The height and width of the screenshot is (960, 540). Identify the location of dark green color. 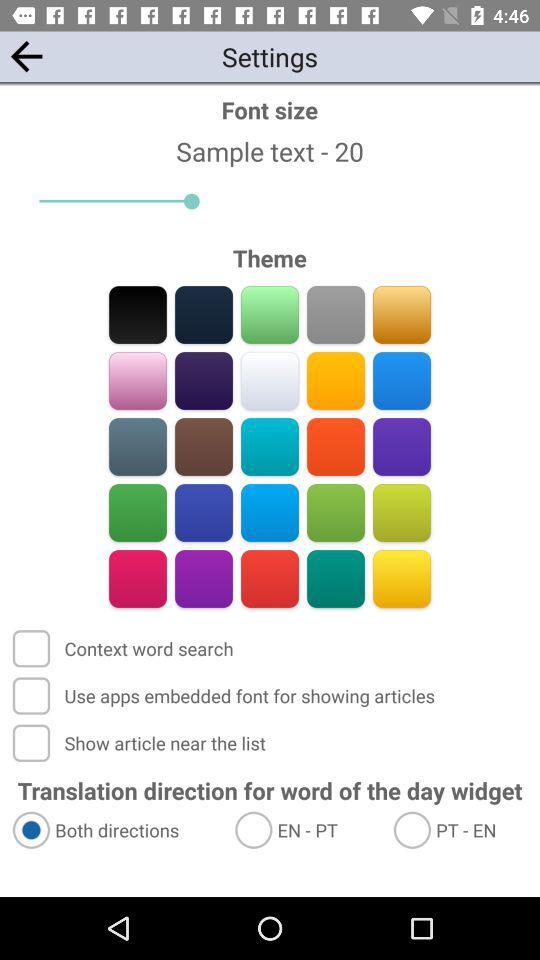
(335, 578).